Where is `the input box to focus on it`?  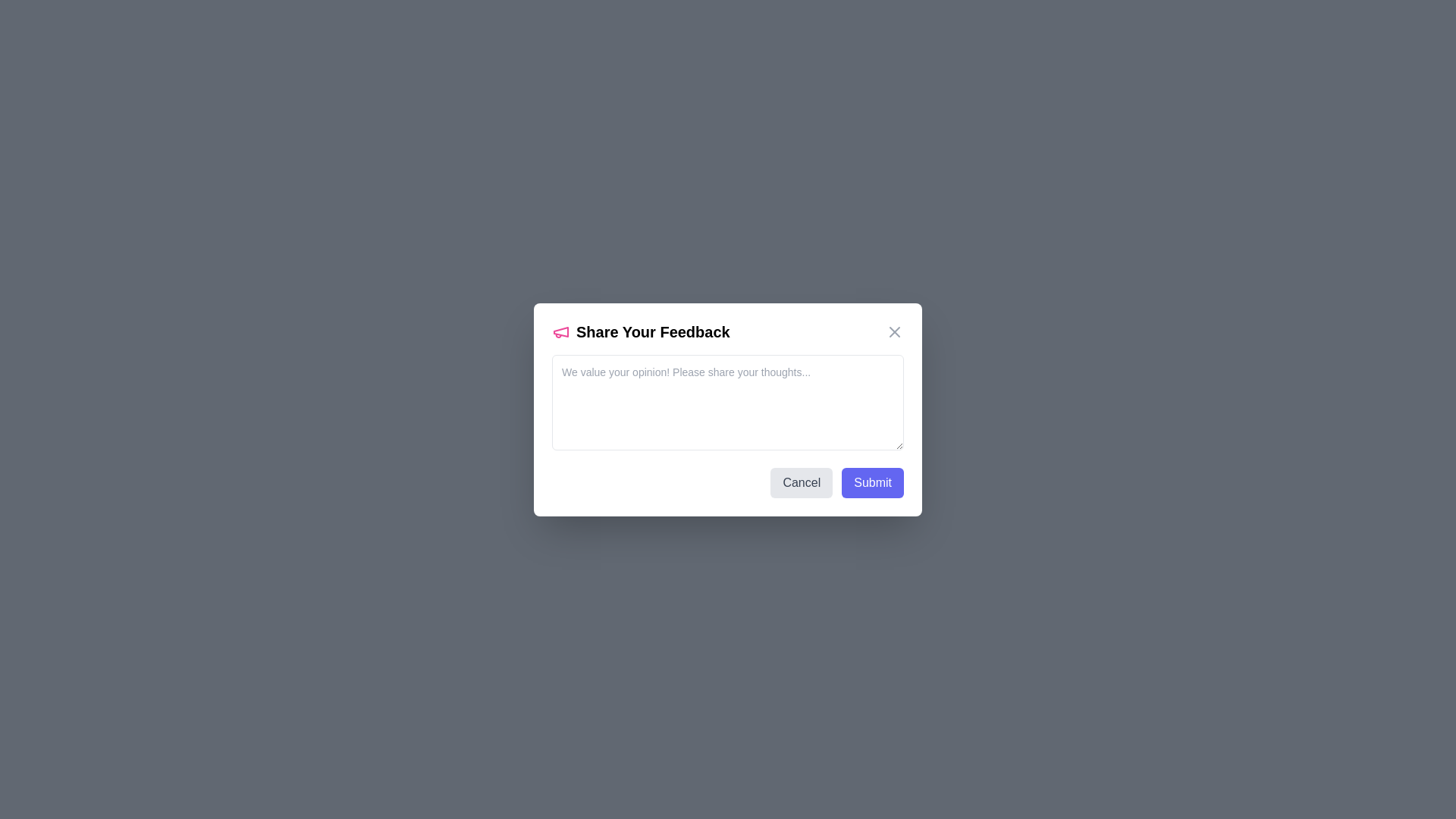
the input box to focus on it is located at coordinates (728, 401).